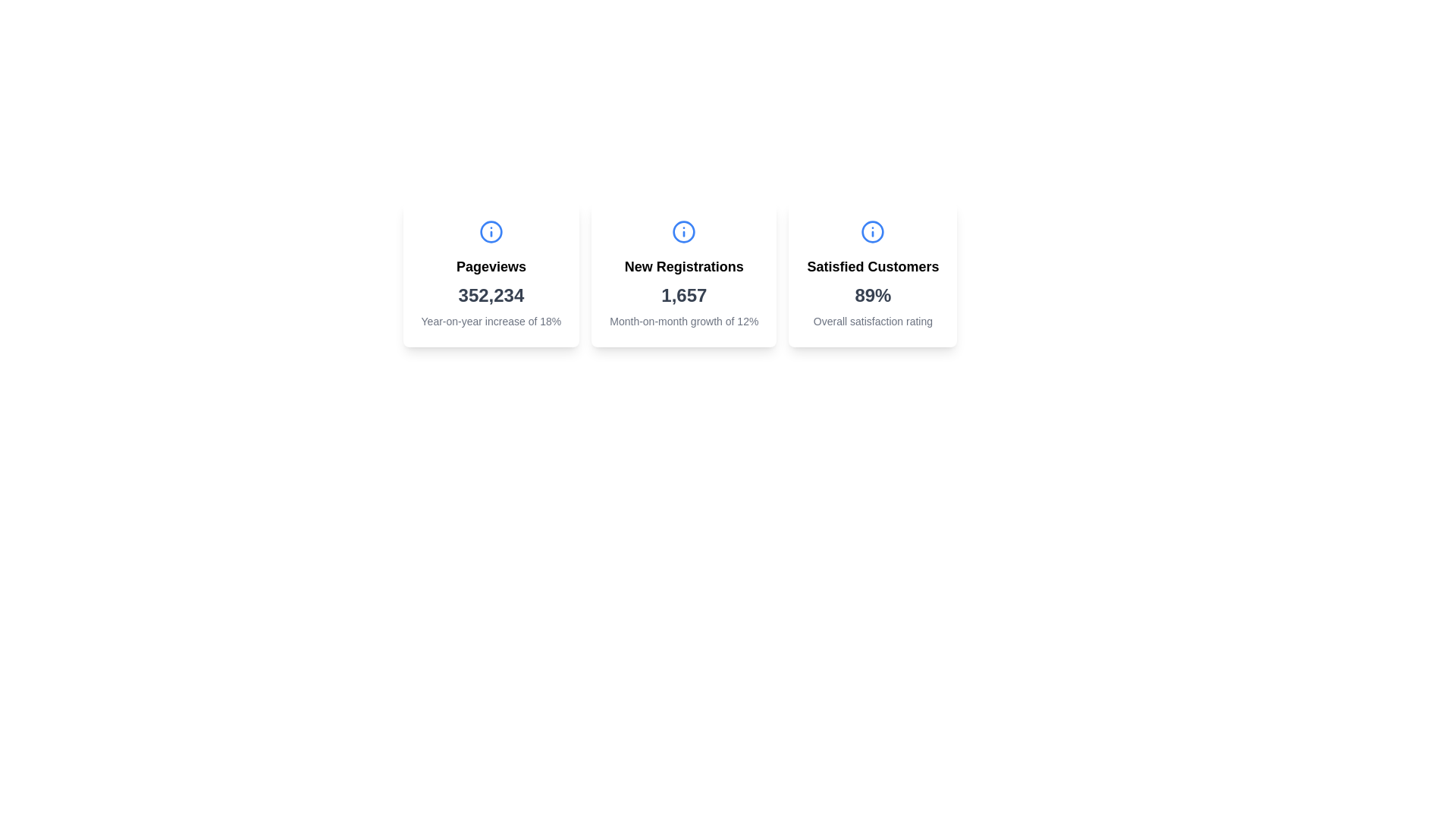 This screenshot has height=819, width=1456. I want to click on the informative icon located at the top center of the second card representing 'New Registrations', so click(683, 231).